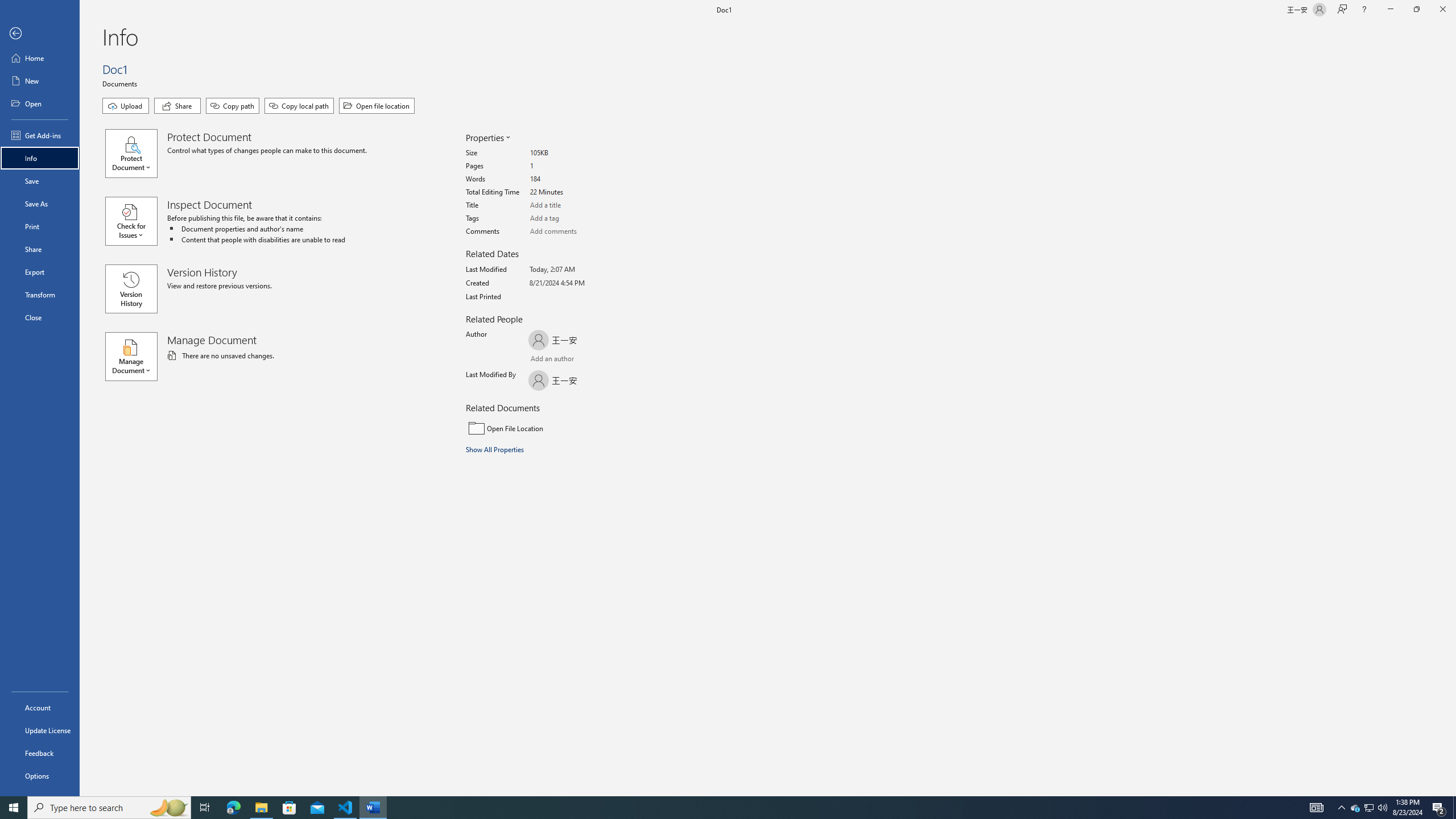  I want to click on 'New', so click(39, 80).